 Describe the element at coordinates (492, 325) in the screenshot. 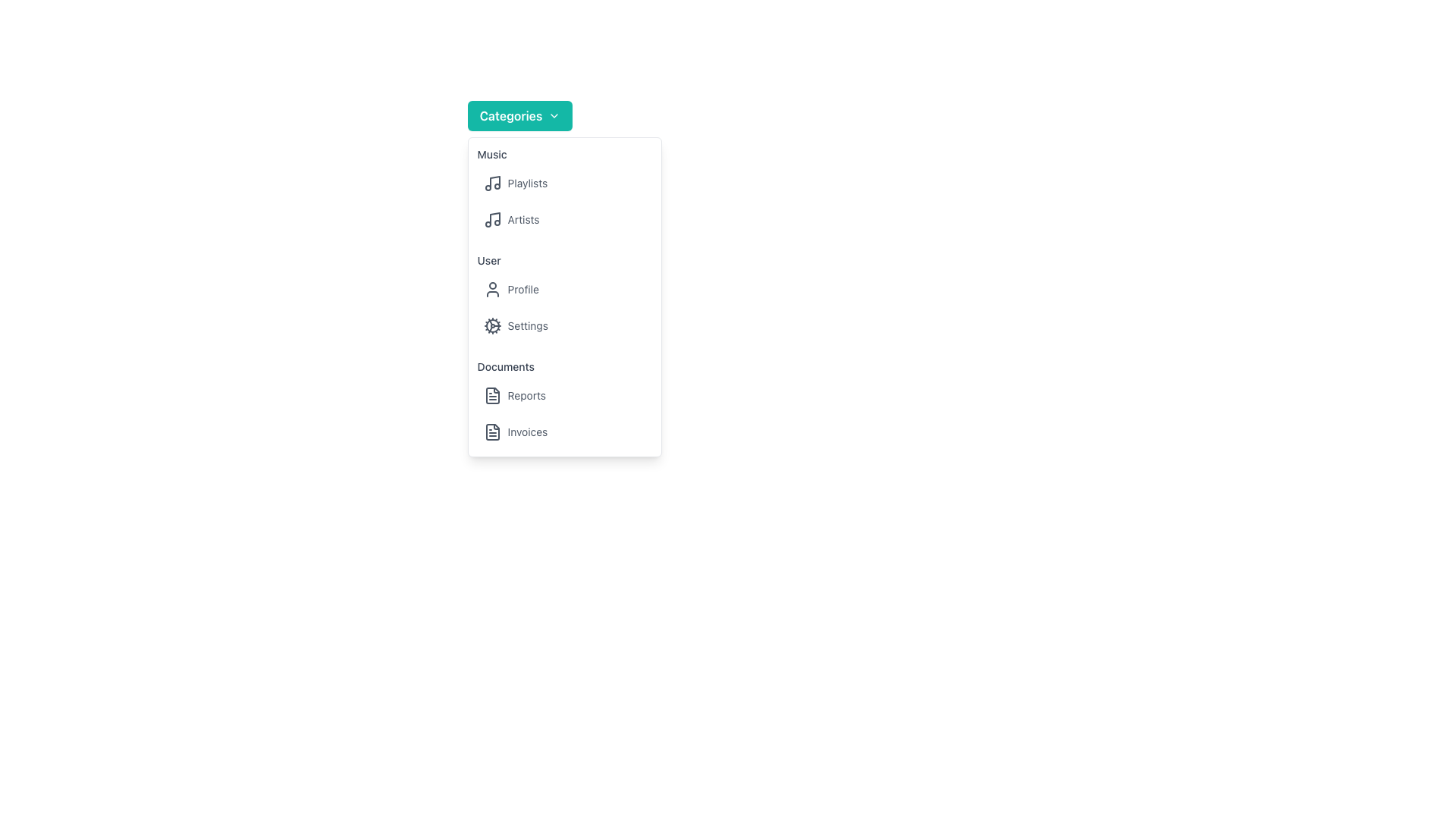

I see `the 'Settings' icon located within the fourth option of the vertical dropdown menu under the 'User' category` at that location.